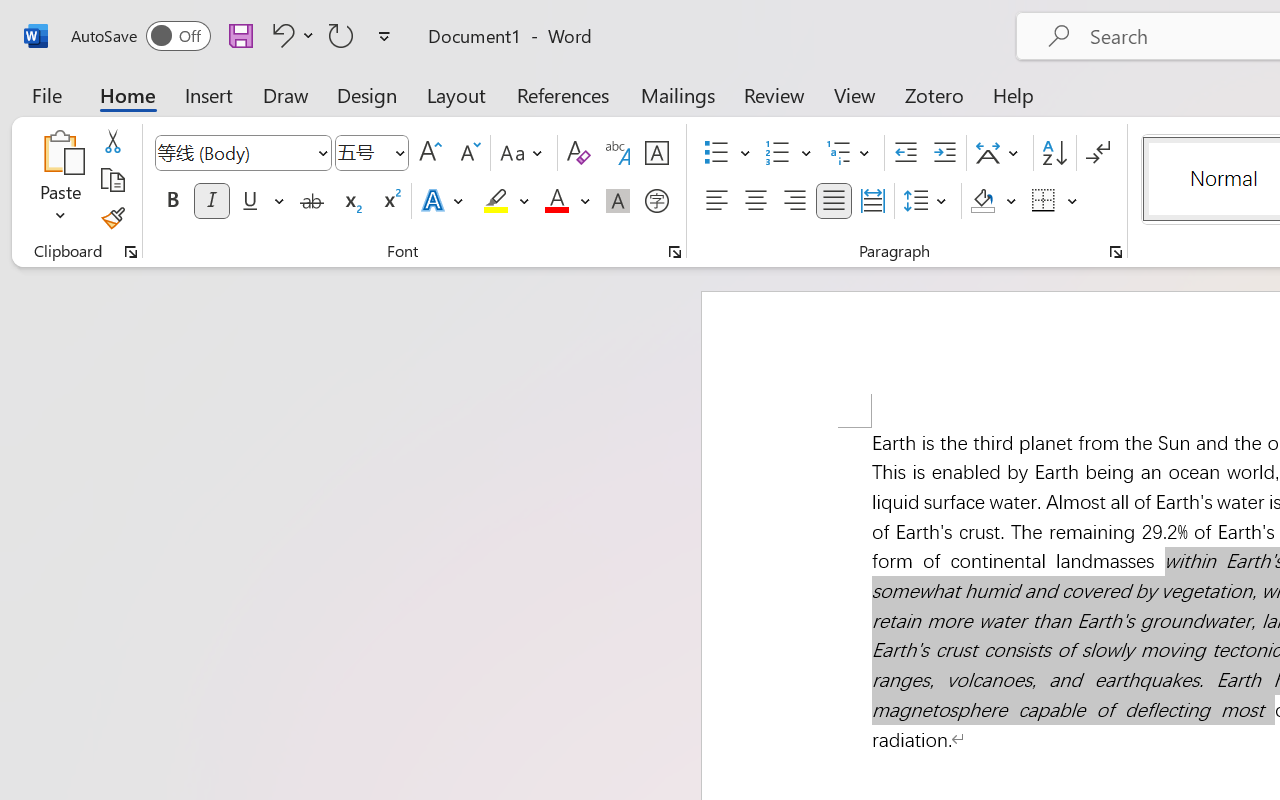 The image size is (1280, 800). I want to click on 'Font...', so click(675, 251).